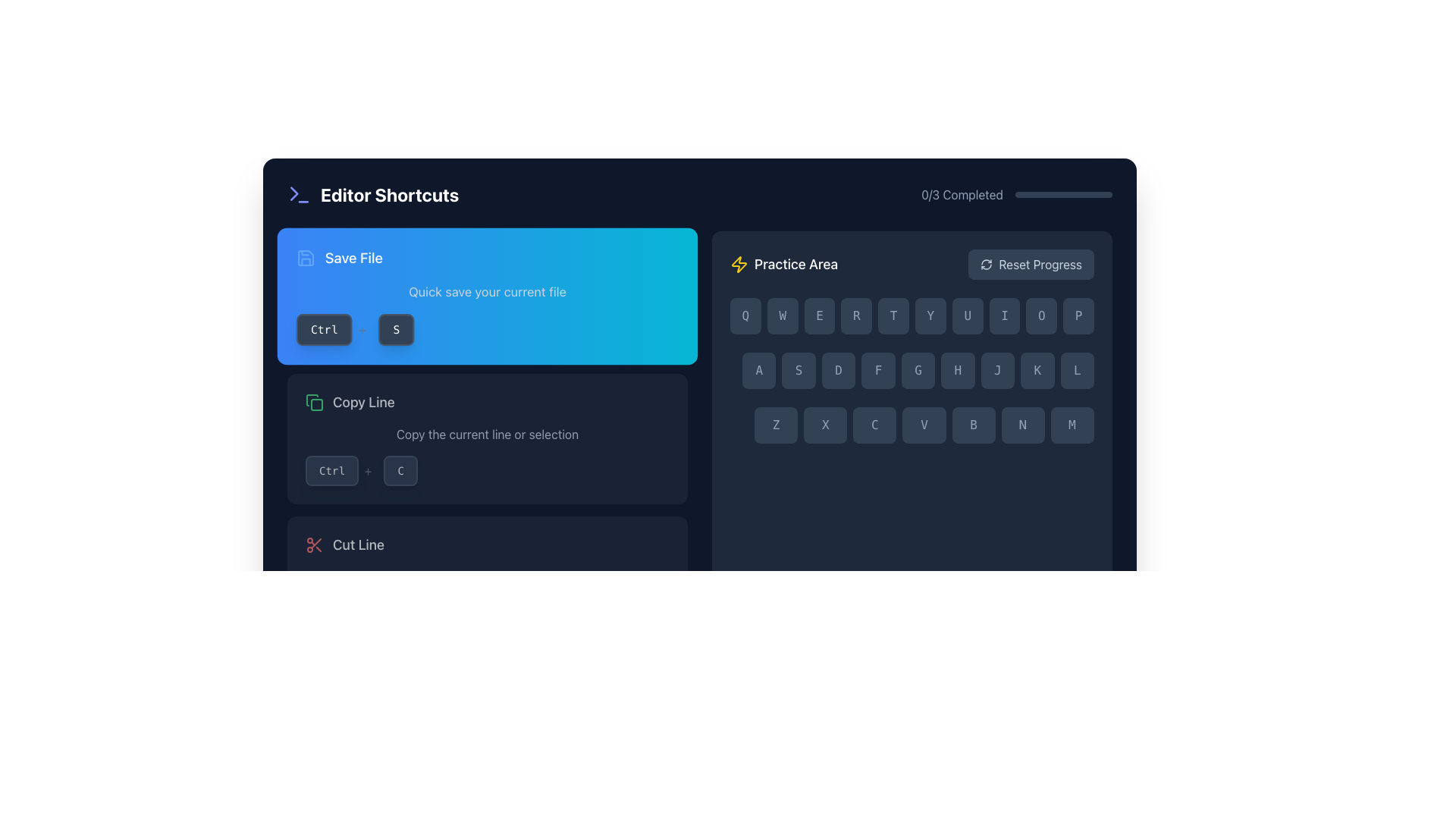  What do you see at coordinates (893, 315) in the screenshot?
I see `the 'T' key button located under the 'Practice Area' title, situated horizontally between 'R' and 'Y' on the virtual keyboard` at bounding box center [893, 315].